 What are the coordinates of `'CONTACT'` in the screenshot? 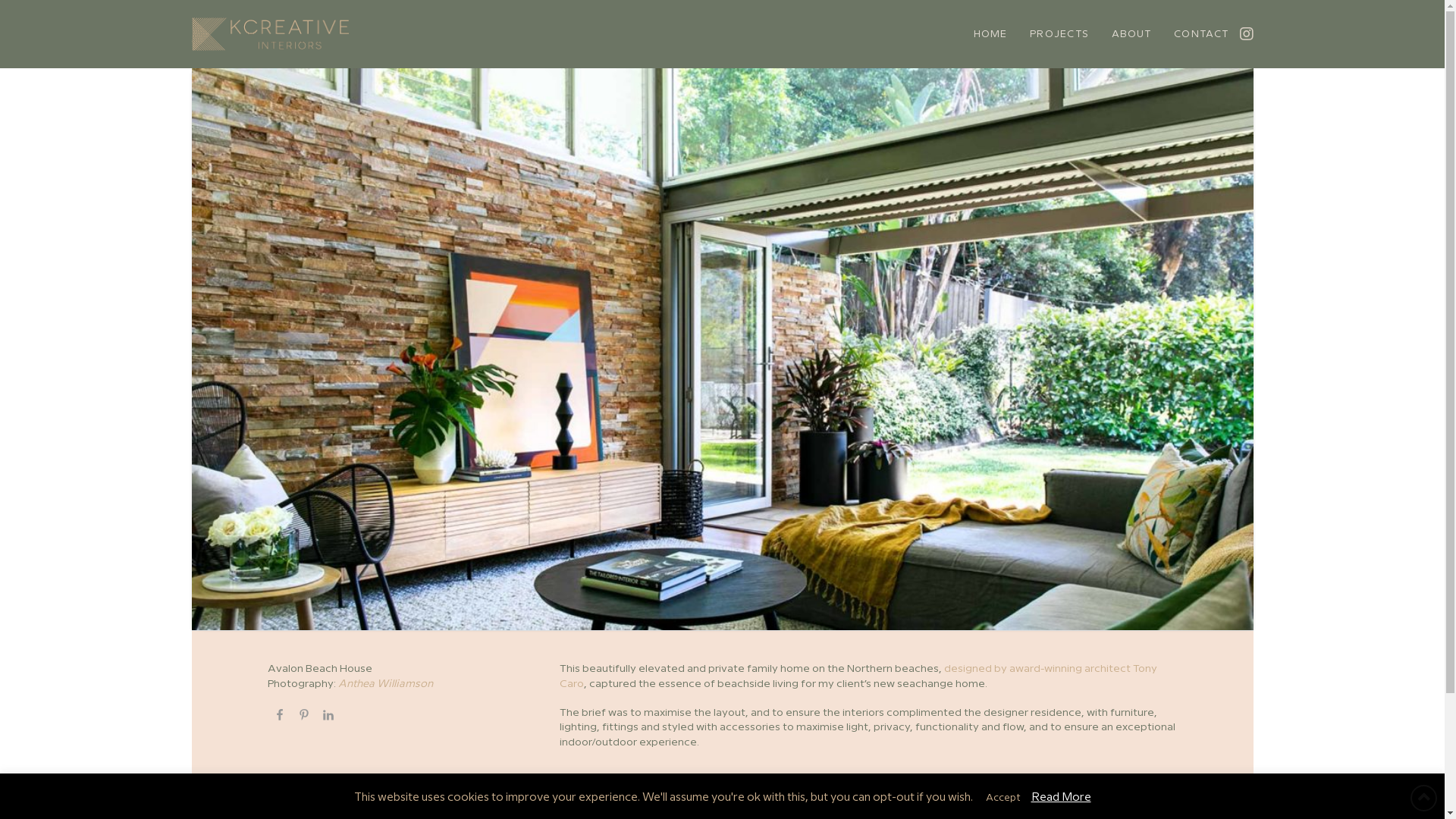 It's located at (1200, 34).